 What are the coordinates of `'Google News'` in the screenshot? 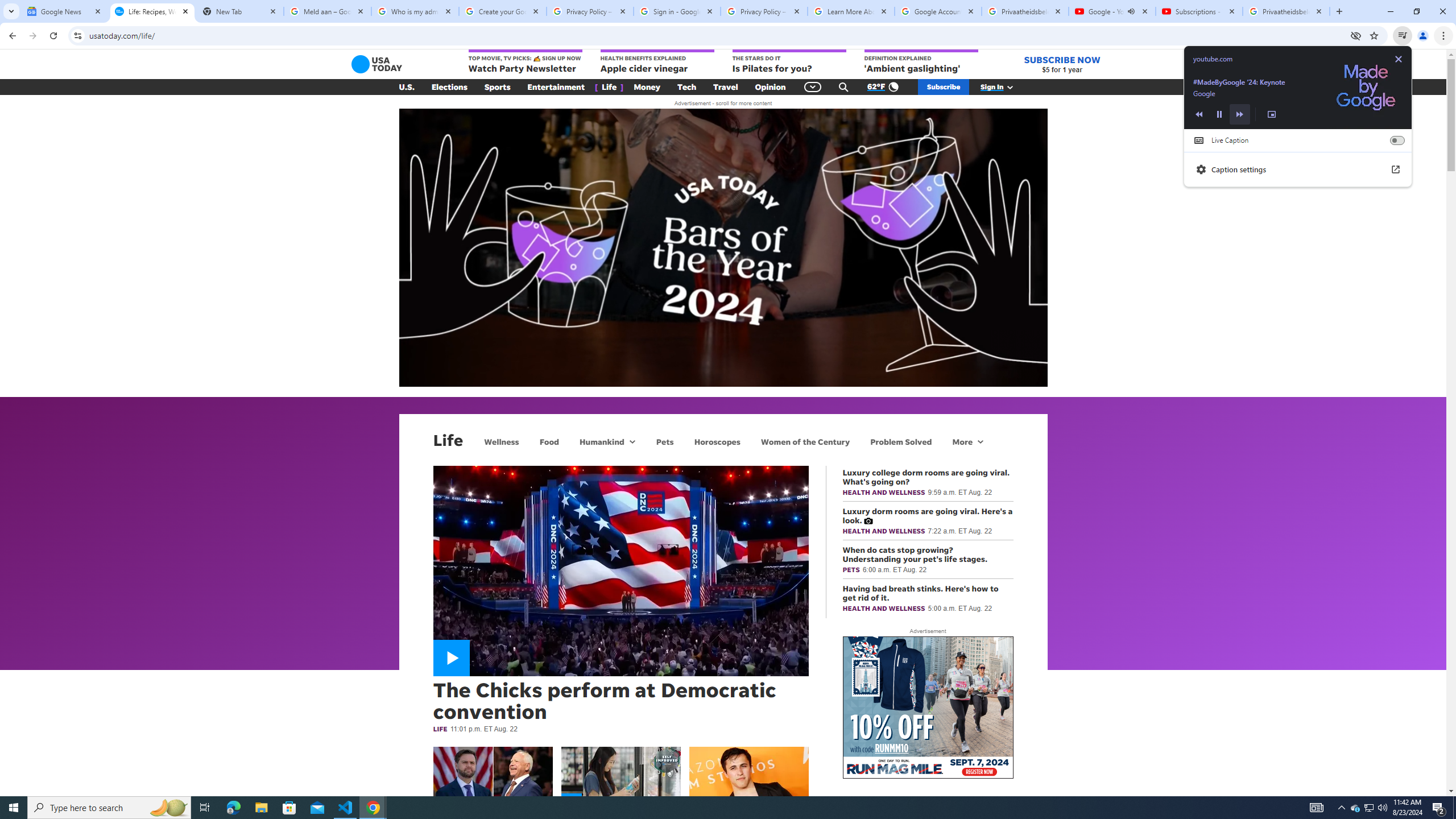 It's located at (64, 11).